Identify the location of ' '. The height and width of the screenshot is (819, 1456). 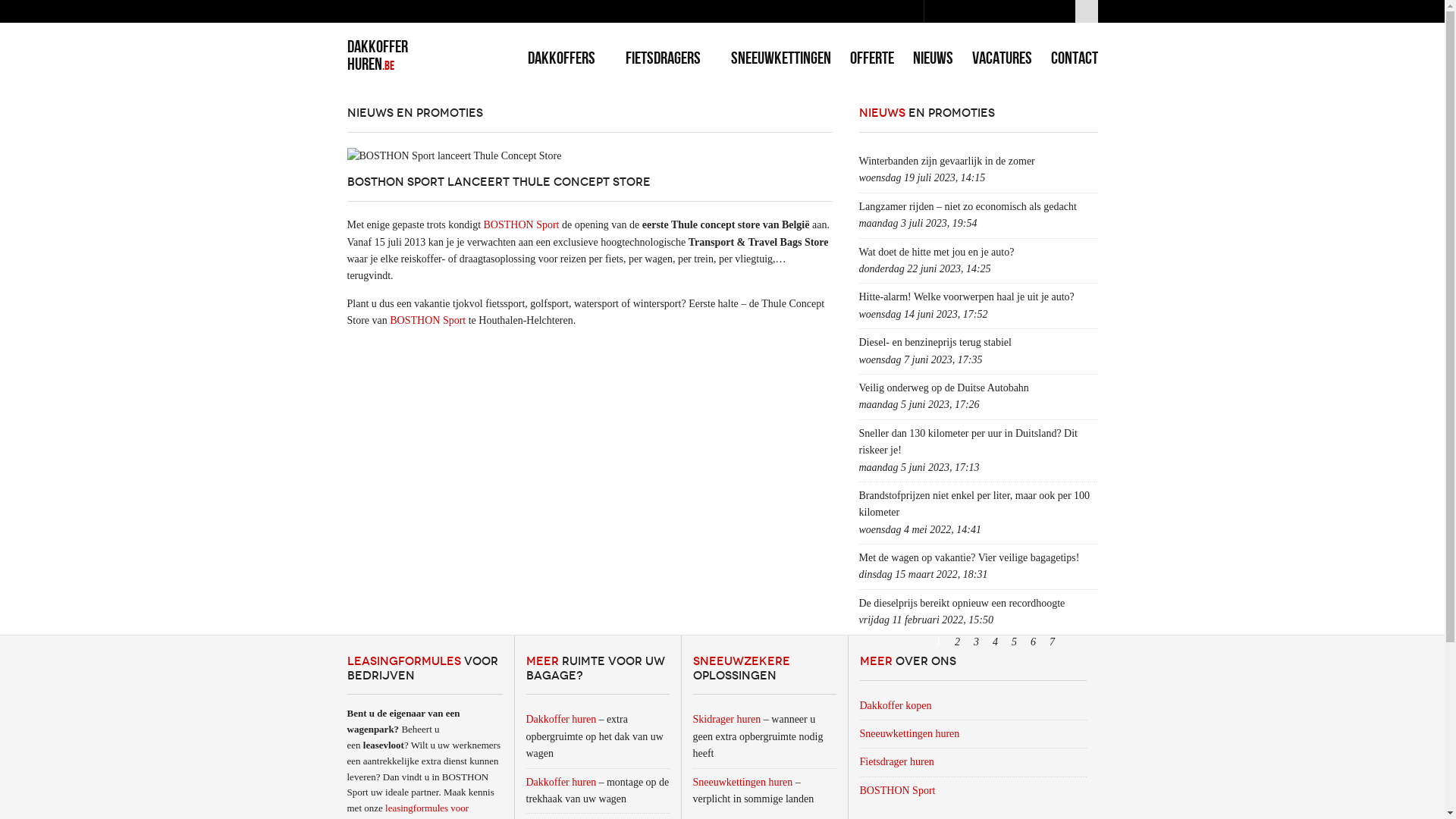
(1082, 642).